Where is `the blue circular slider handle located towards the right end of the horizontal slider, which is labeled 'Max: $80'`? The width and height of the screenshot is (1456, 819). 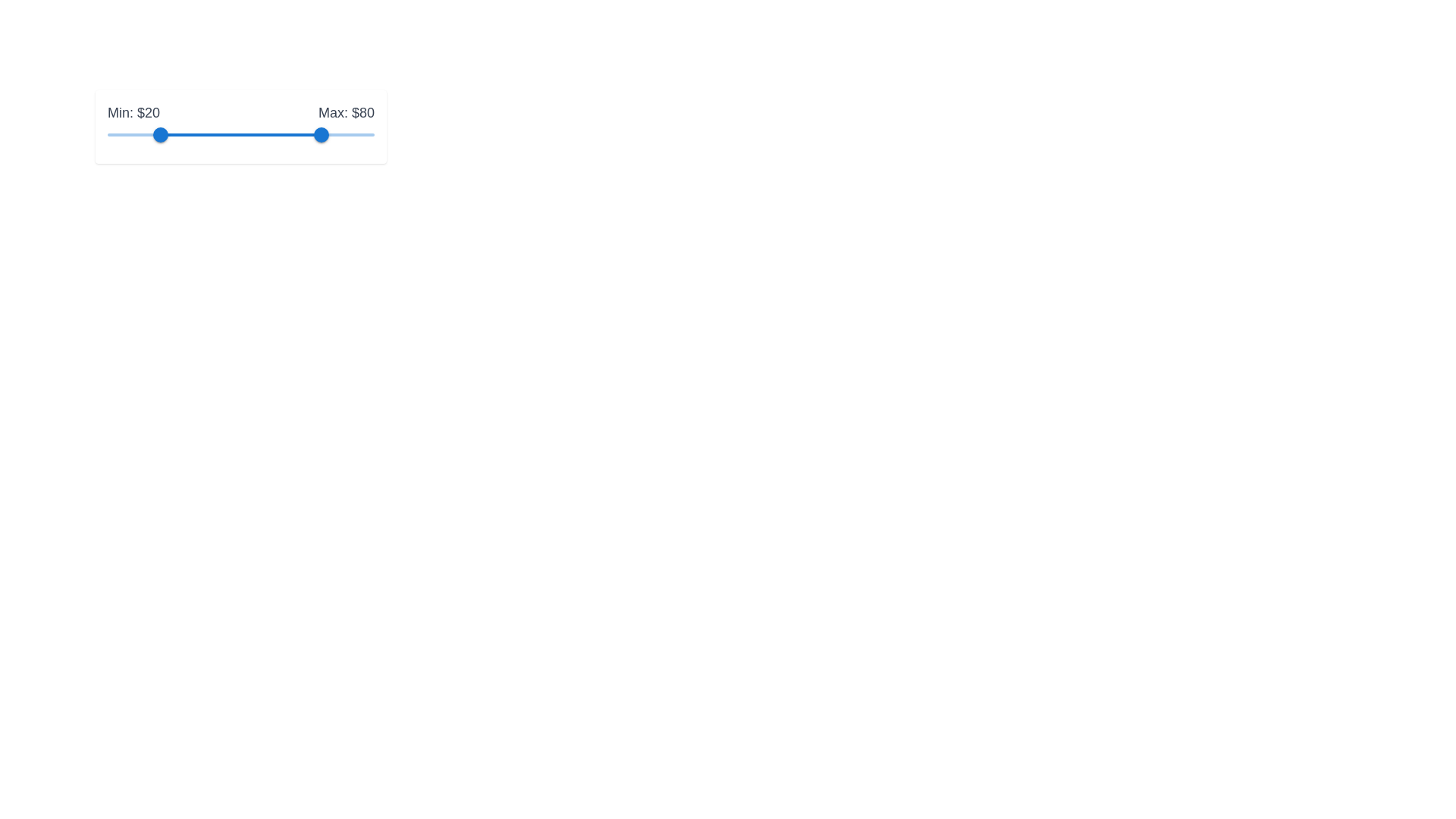 the blue circular slider handle located towards the right end of the horizontal slider, which is labeled 'Max: $80' is located at coordinates (320, 133).